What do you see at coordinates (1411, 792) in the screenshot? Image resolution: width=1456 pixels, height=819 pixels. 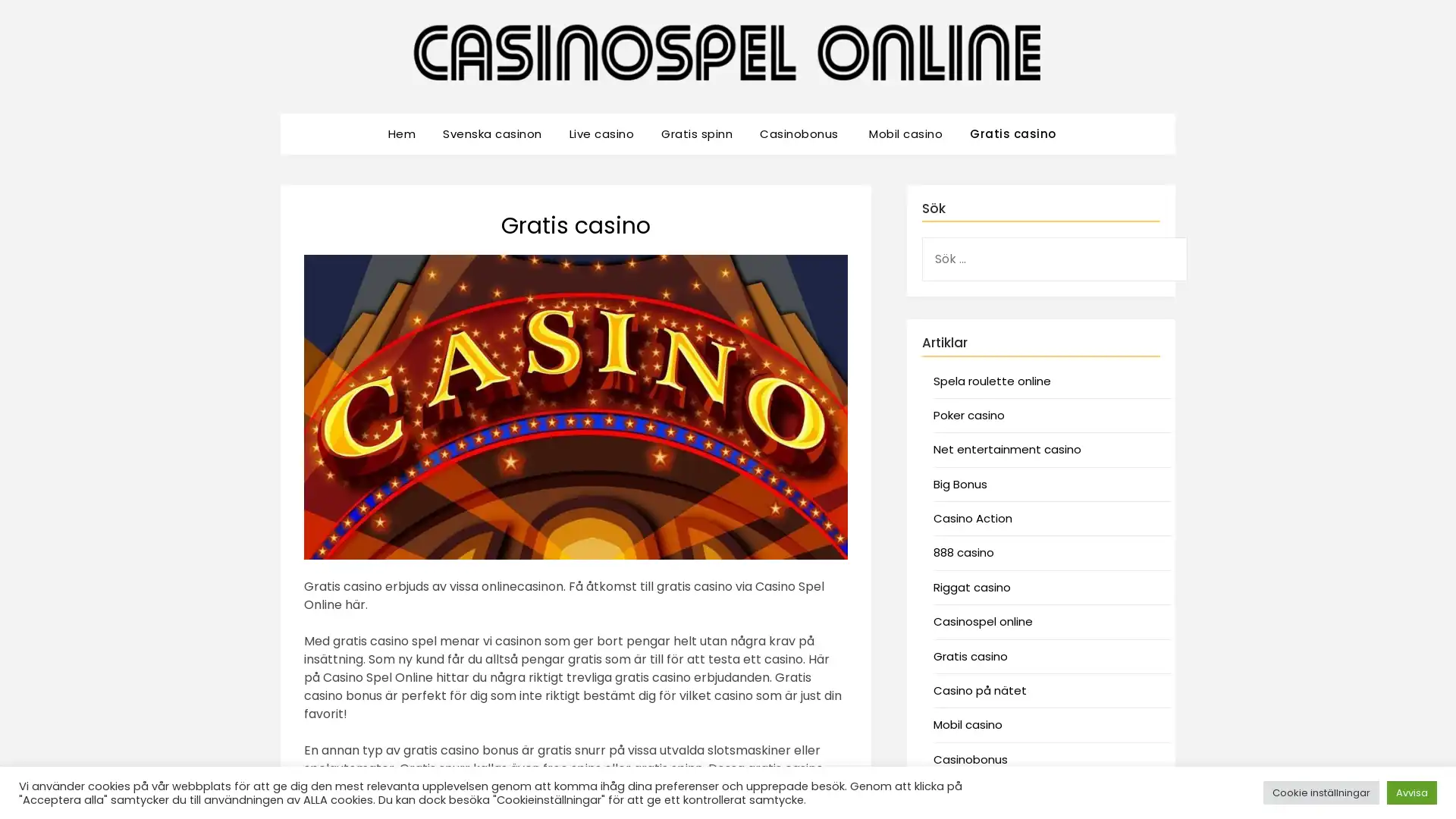 I see `Avvisa` at bounding box center [1411, 792].